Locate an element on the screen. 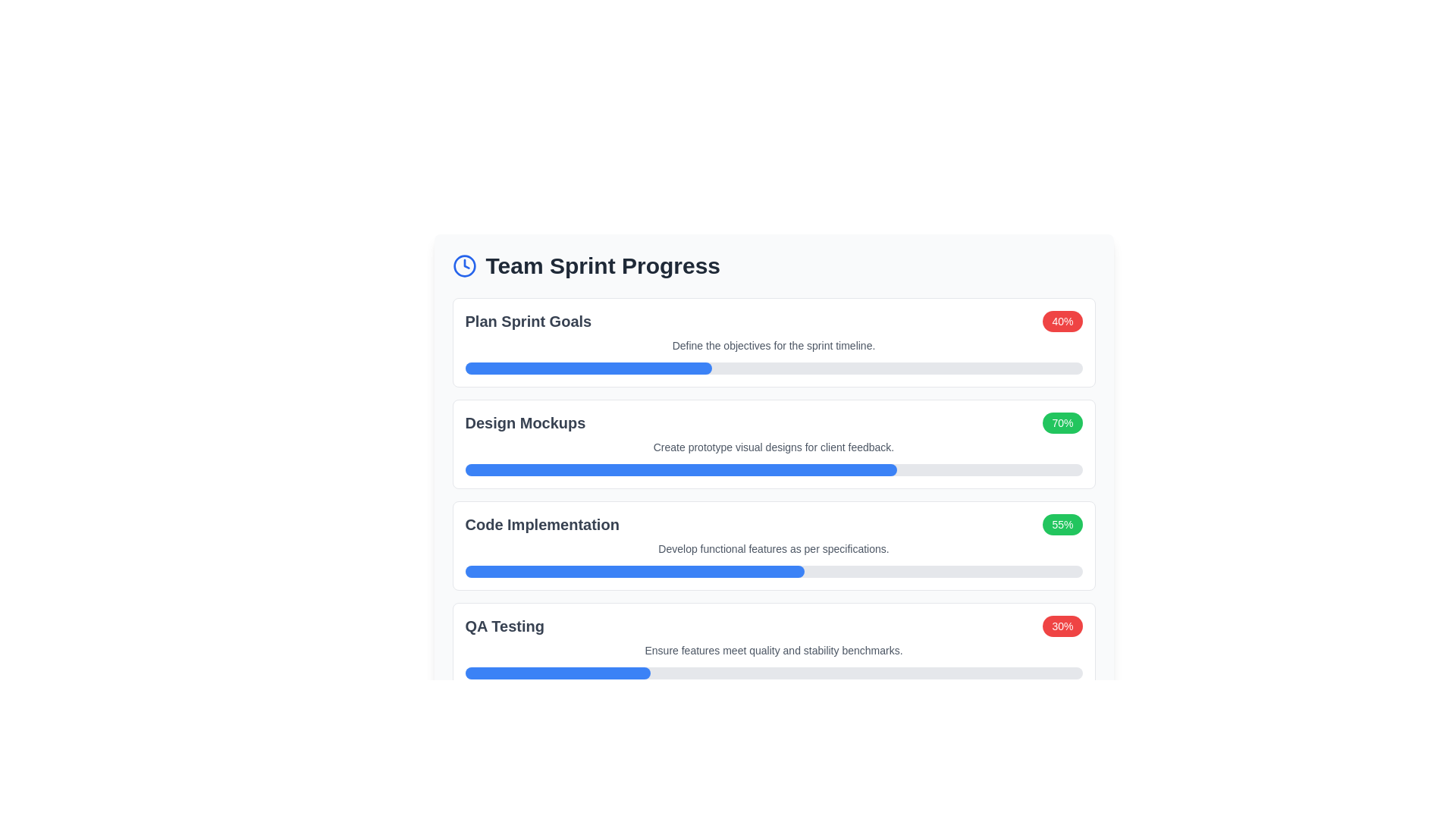 The image size is (1456, 819). the horizontal progress bar located in the 'Plan Sprint Goals' section of the 'Team Sprint Progress' interface, which is indicated by a gray background and a blue-filled portion is located at coordinates (773, 369).